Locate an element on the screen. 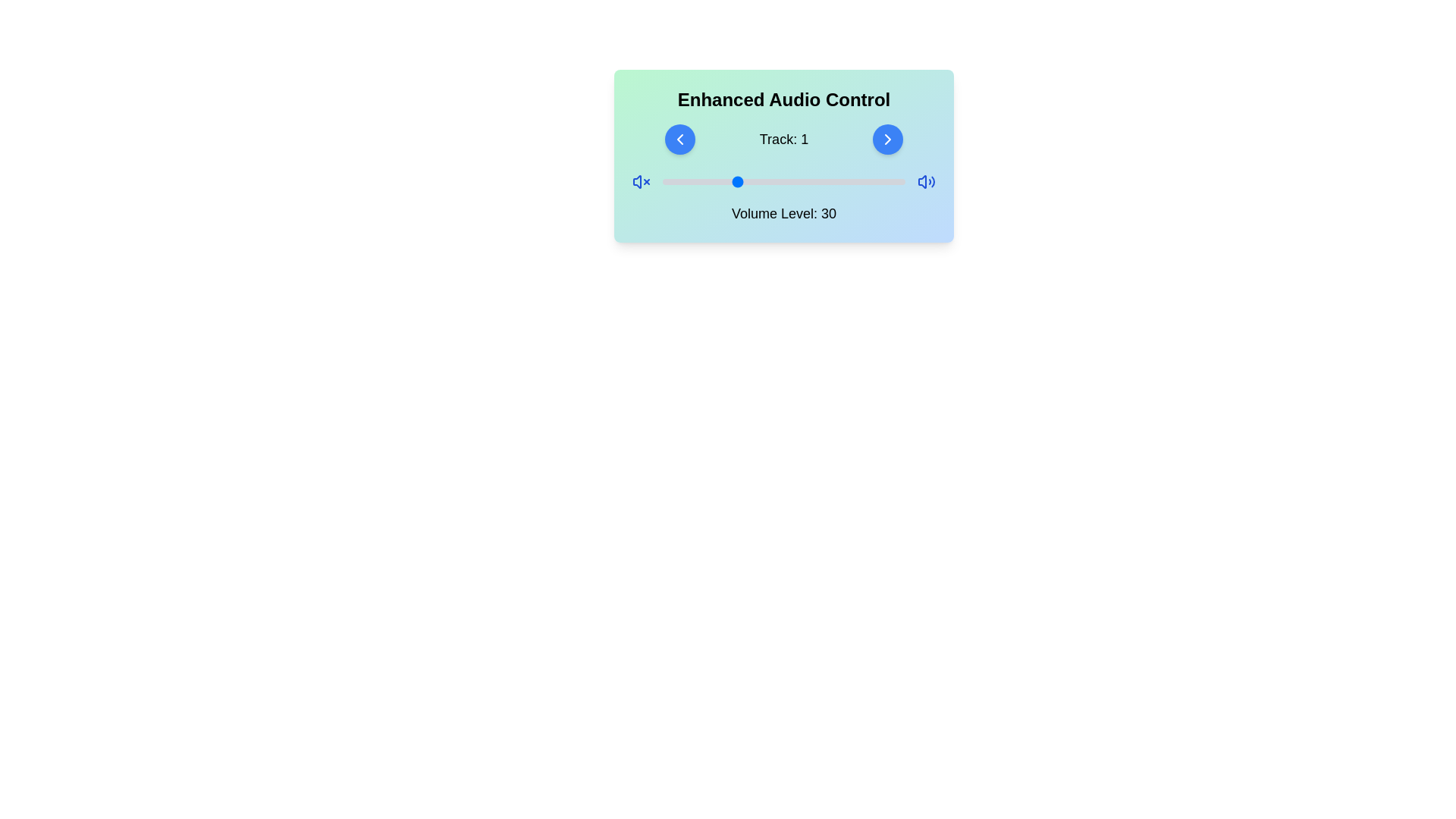 The width and height of the screenshot is (1456, 819). the navigation button to change the track to next is located at coordinates (888, 140).